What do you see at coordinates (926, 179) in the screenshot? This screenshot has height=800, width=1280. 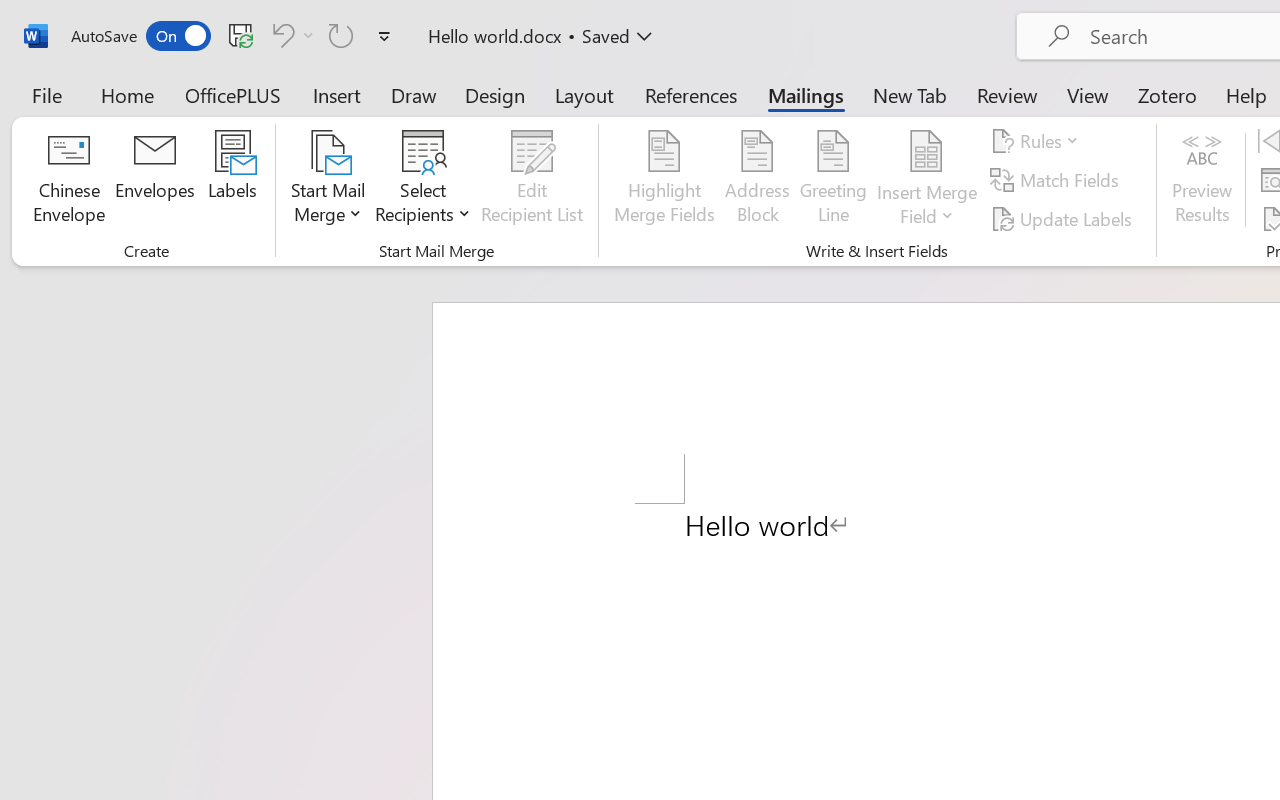 I see `'Insert Merge Field'` at bounding box center [926, 179].